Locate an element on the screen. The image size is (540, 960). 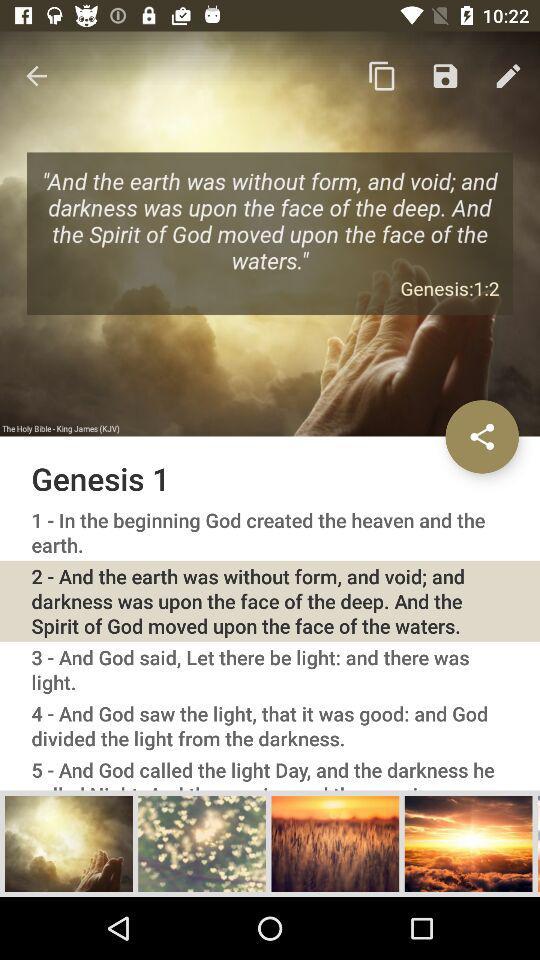
the 1 in the item is located at coordinates (270, 531).